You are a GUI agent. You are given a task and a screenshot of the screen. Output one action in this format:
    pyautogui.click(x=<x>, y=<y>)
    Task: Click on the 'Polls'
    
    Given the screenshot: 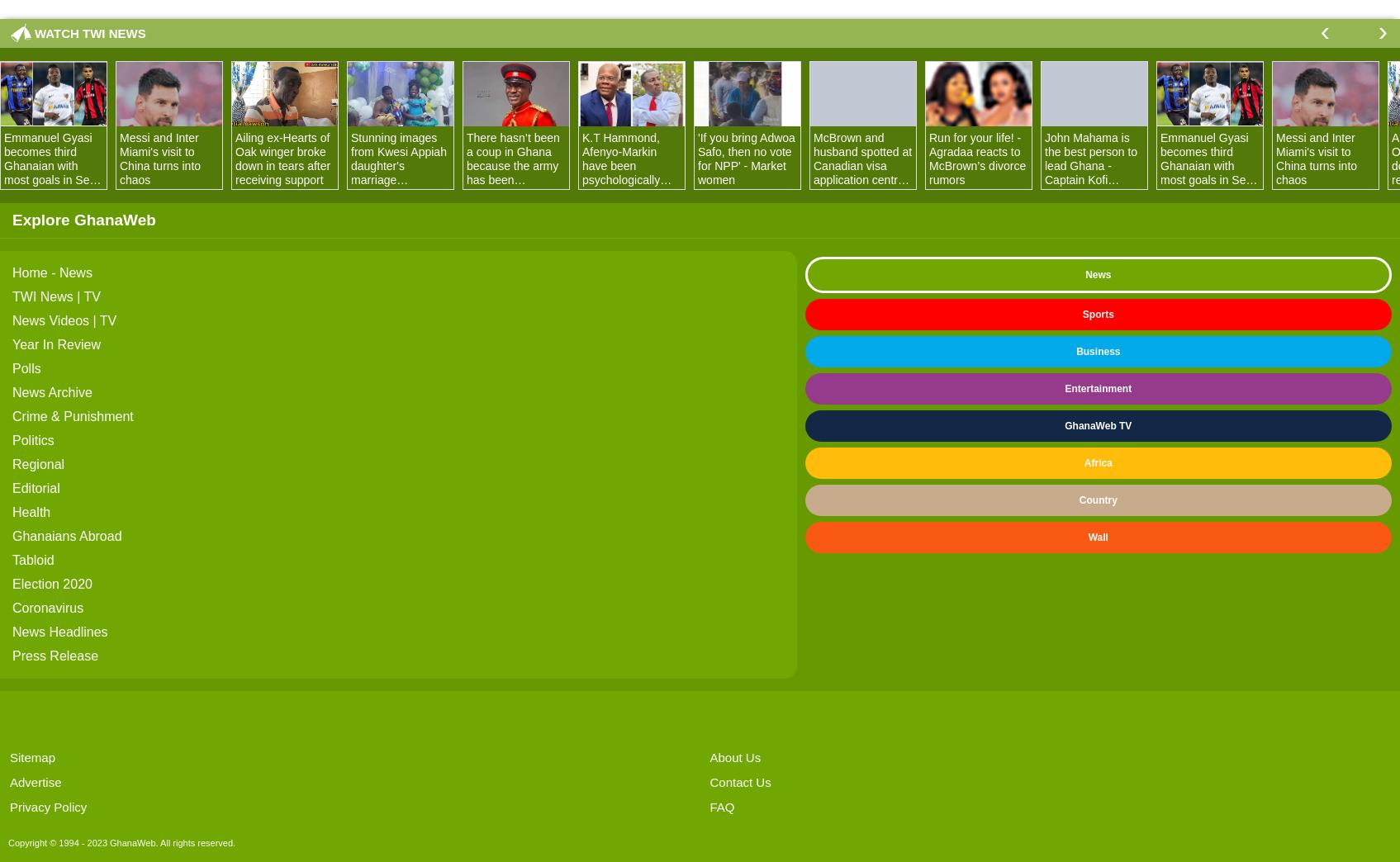 What is the action you would take?
    pyautogui.click(x=26, y=367)
    